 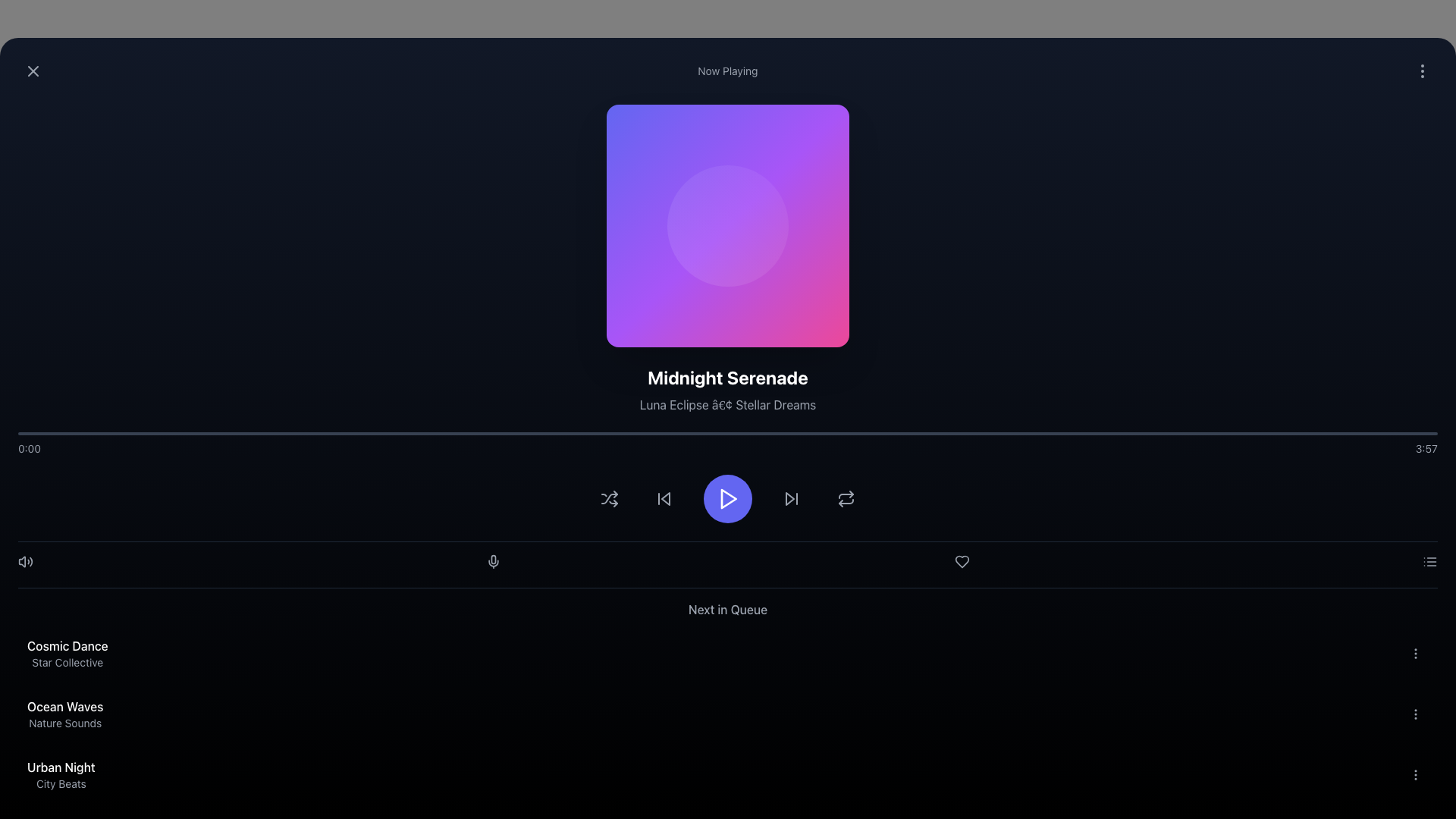 I want to click on the microphone icon button, which is the second icon from the left in a horizontal group, so click(x=494, y=561).